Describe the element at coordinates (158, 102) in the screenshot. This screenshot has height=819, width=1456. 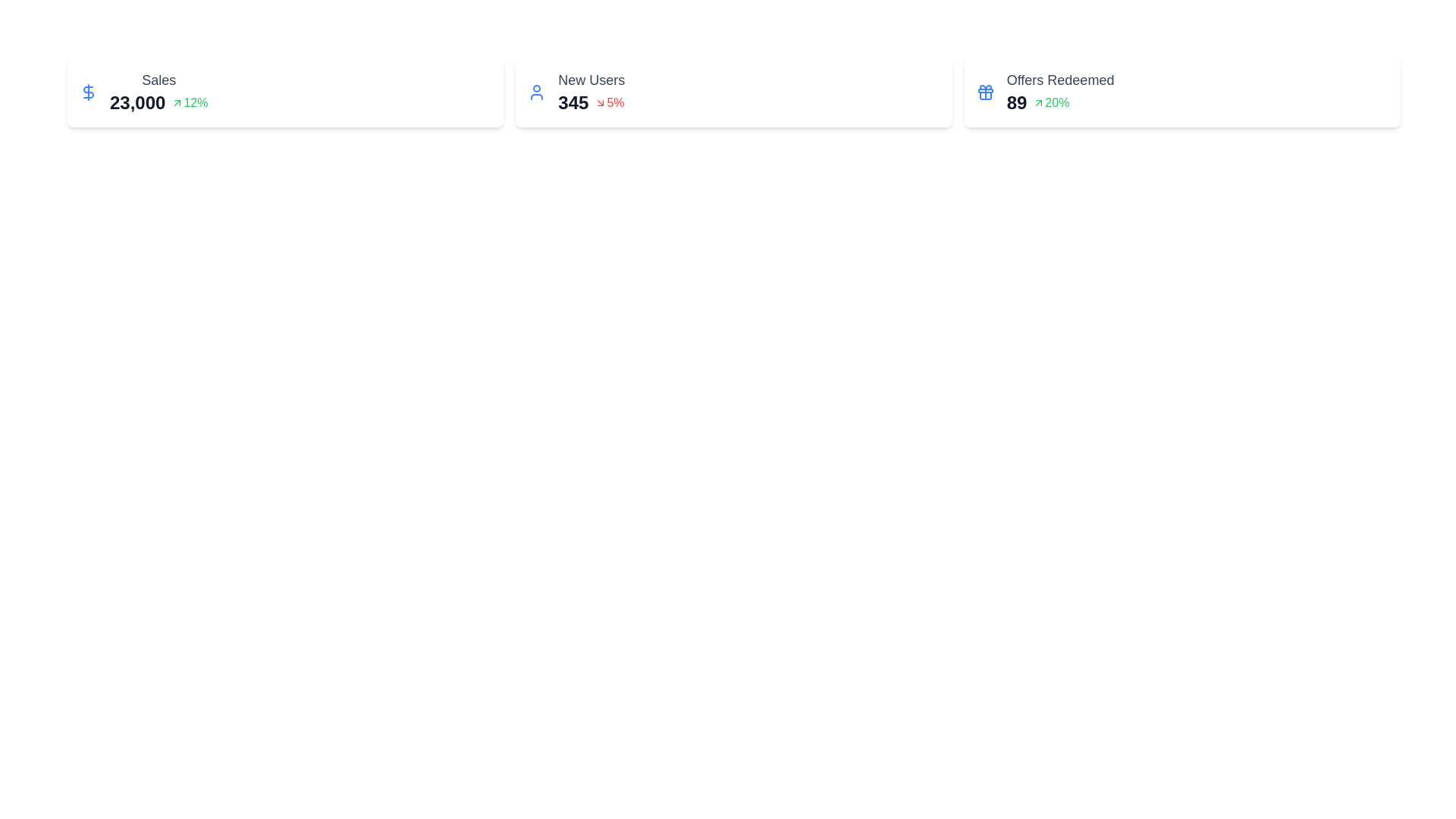
I see `sales value '23,000' and percentage increase '12%' from the composite text component located within the 'Sales' card, which is positioned beneath the label text and is the leftmost card of three horizontally displayed cards` at that location.